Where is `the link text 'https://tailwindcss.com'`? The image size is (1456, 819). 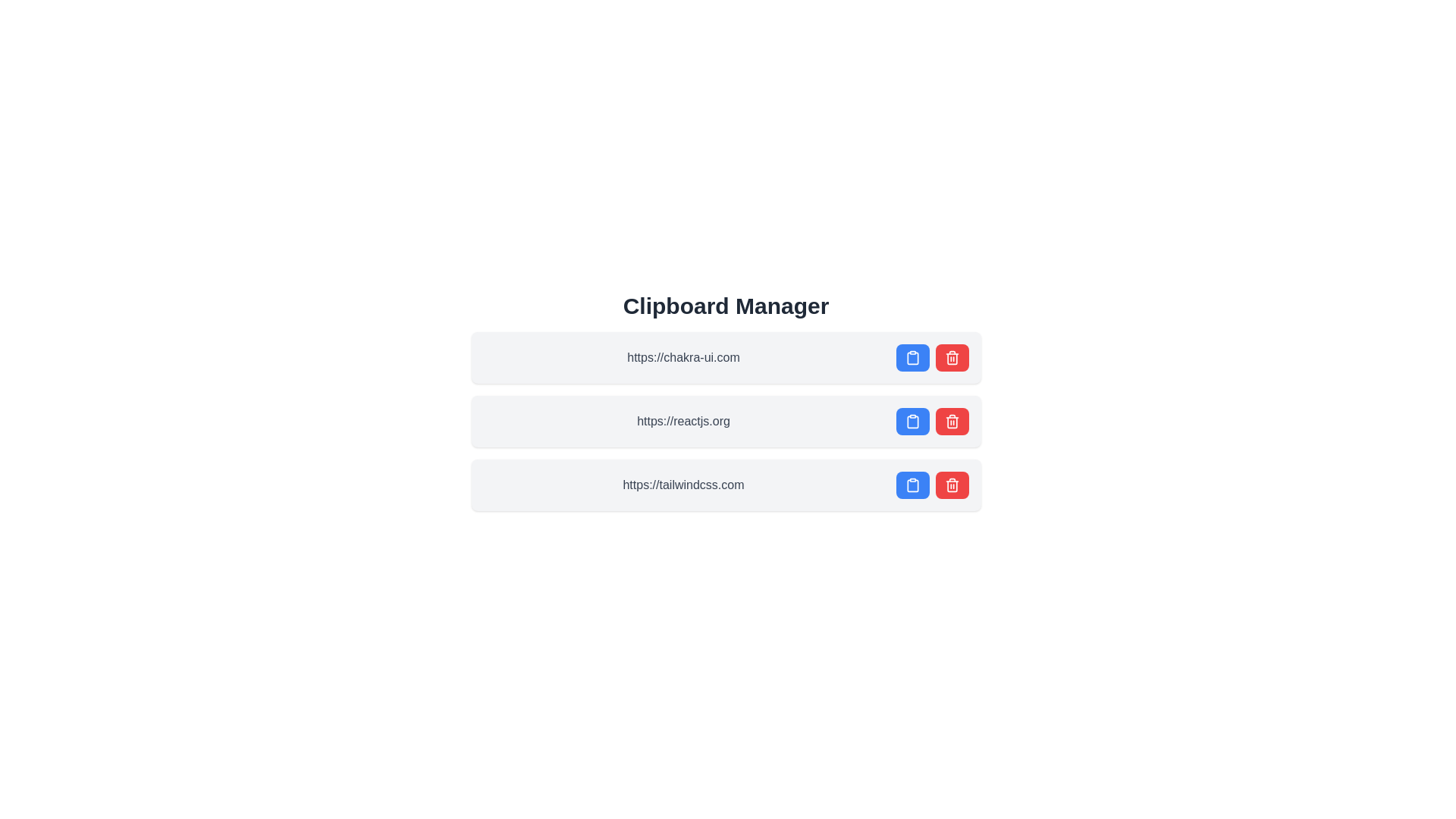
the link text 'https://tailwindcss.com' is located at coordinates (725, 485).